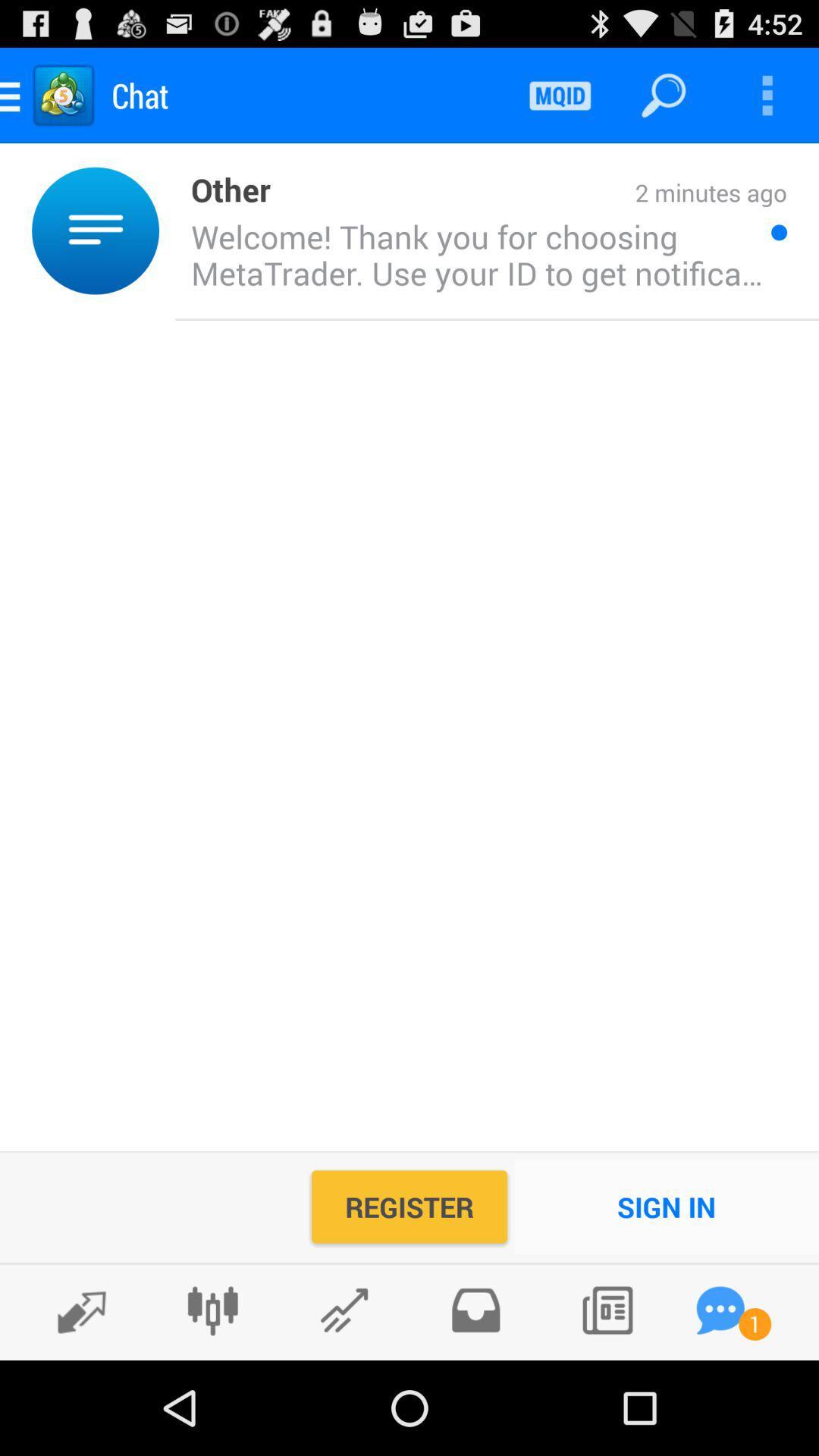 The width and height of the screenshot is (819, 1456). What do you see at coordinates (720, 1310) in the screenshot?
I see `open instant chat` at bounding box center [720, 1310].